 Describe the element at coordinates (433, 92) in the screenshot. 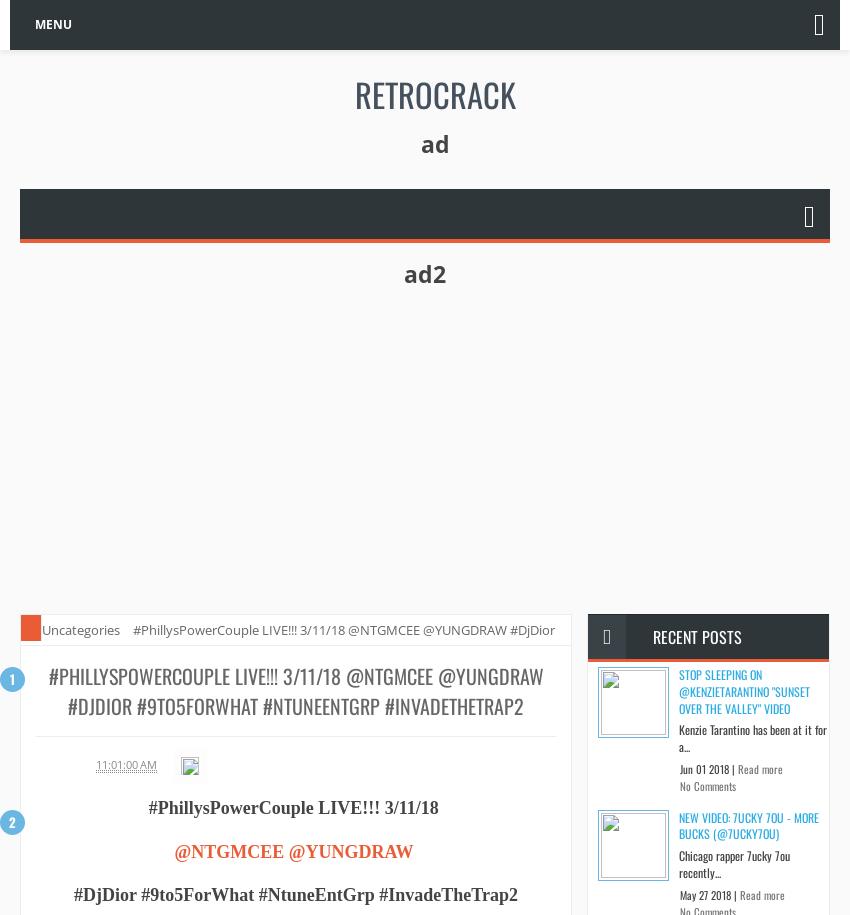

I see `'RetrocracK'` at that location.